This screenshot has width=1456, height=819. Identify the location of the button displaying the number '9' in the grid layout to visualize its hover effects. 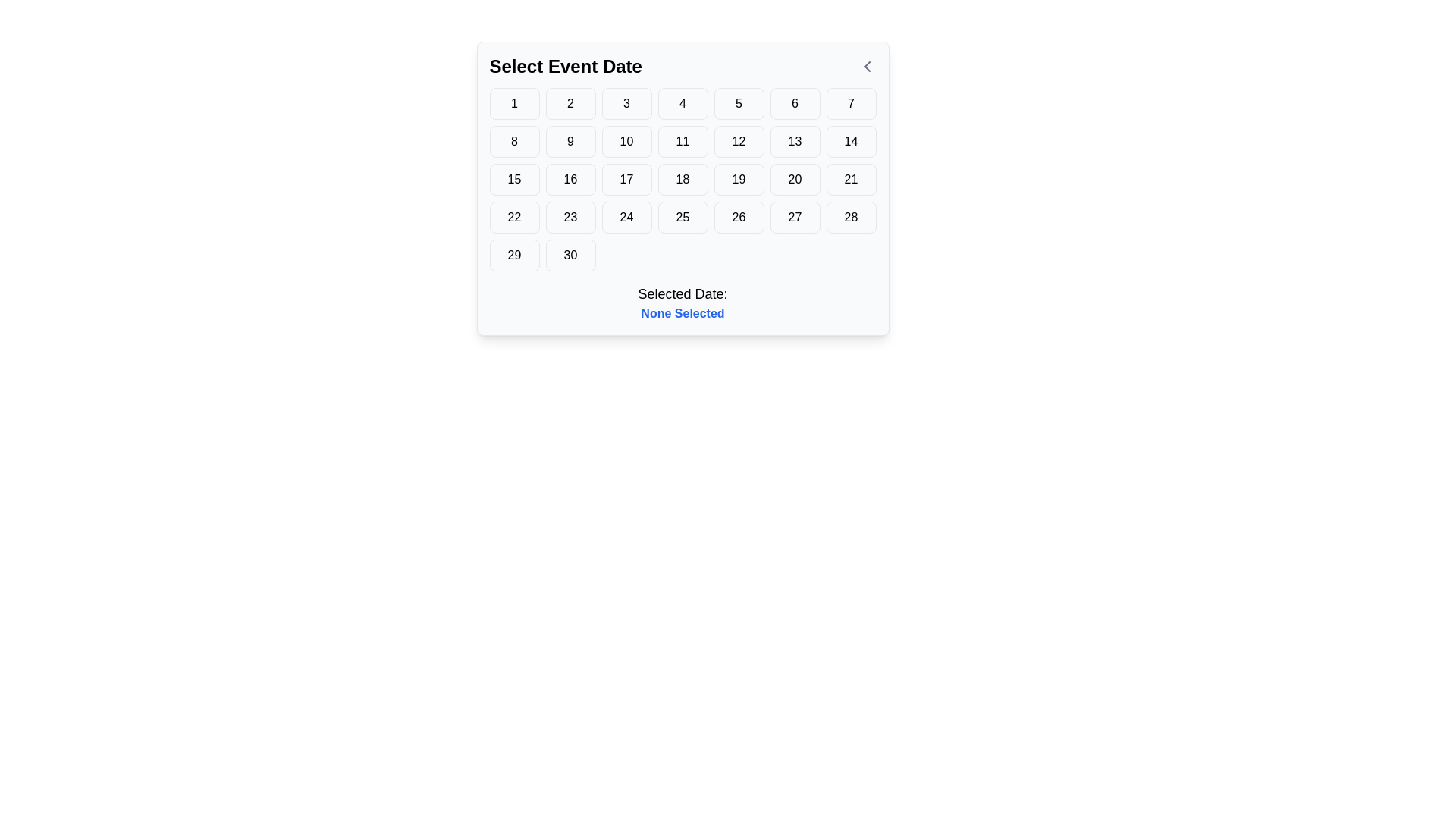
(570, 141).